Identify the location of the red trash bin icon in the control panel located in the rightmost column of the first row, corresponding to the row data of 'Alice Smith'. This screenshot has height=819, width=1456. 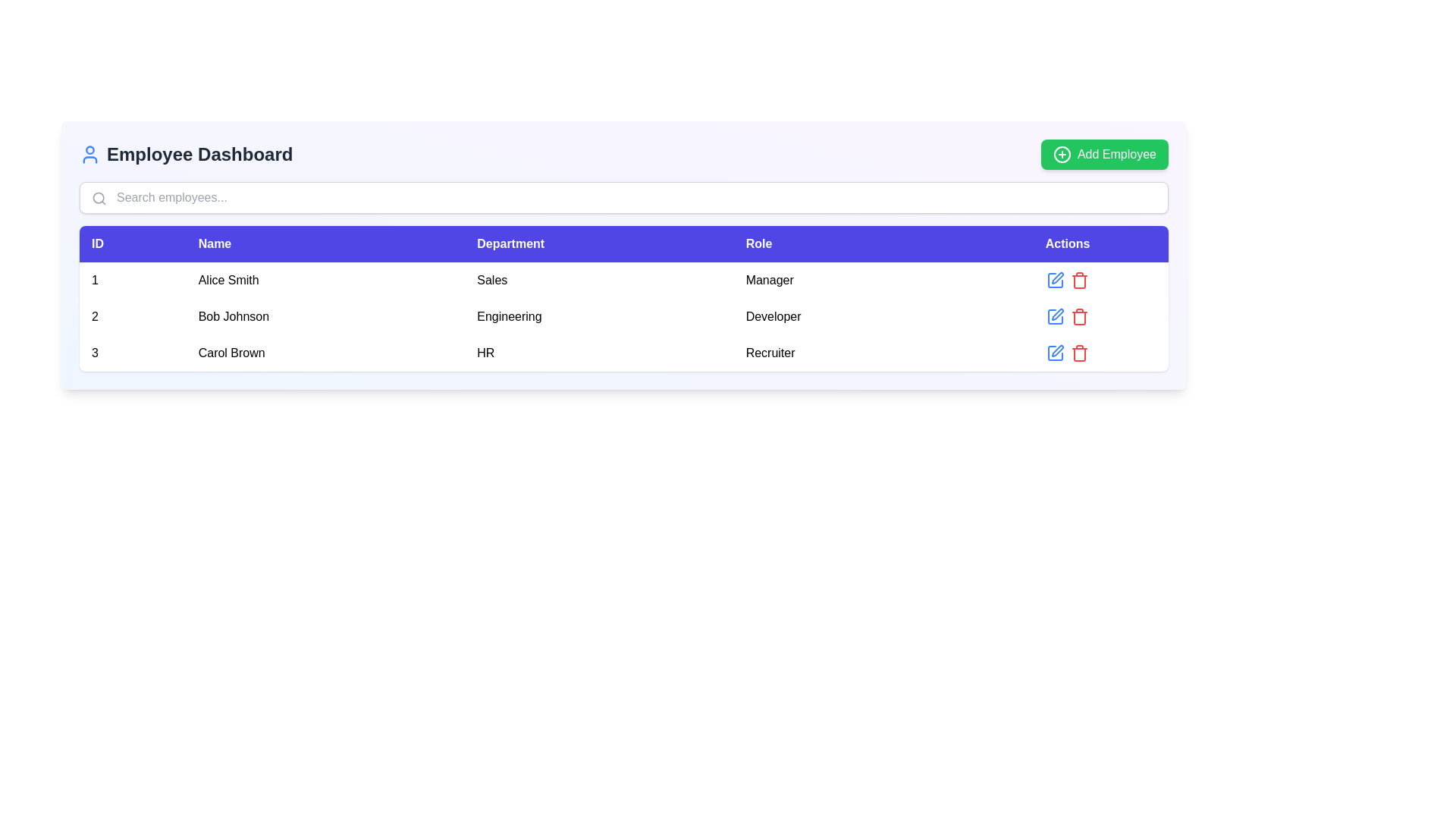
(1066, 281).